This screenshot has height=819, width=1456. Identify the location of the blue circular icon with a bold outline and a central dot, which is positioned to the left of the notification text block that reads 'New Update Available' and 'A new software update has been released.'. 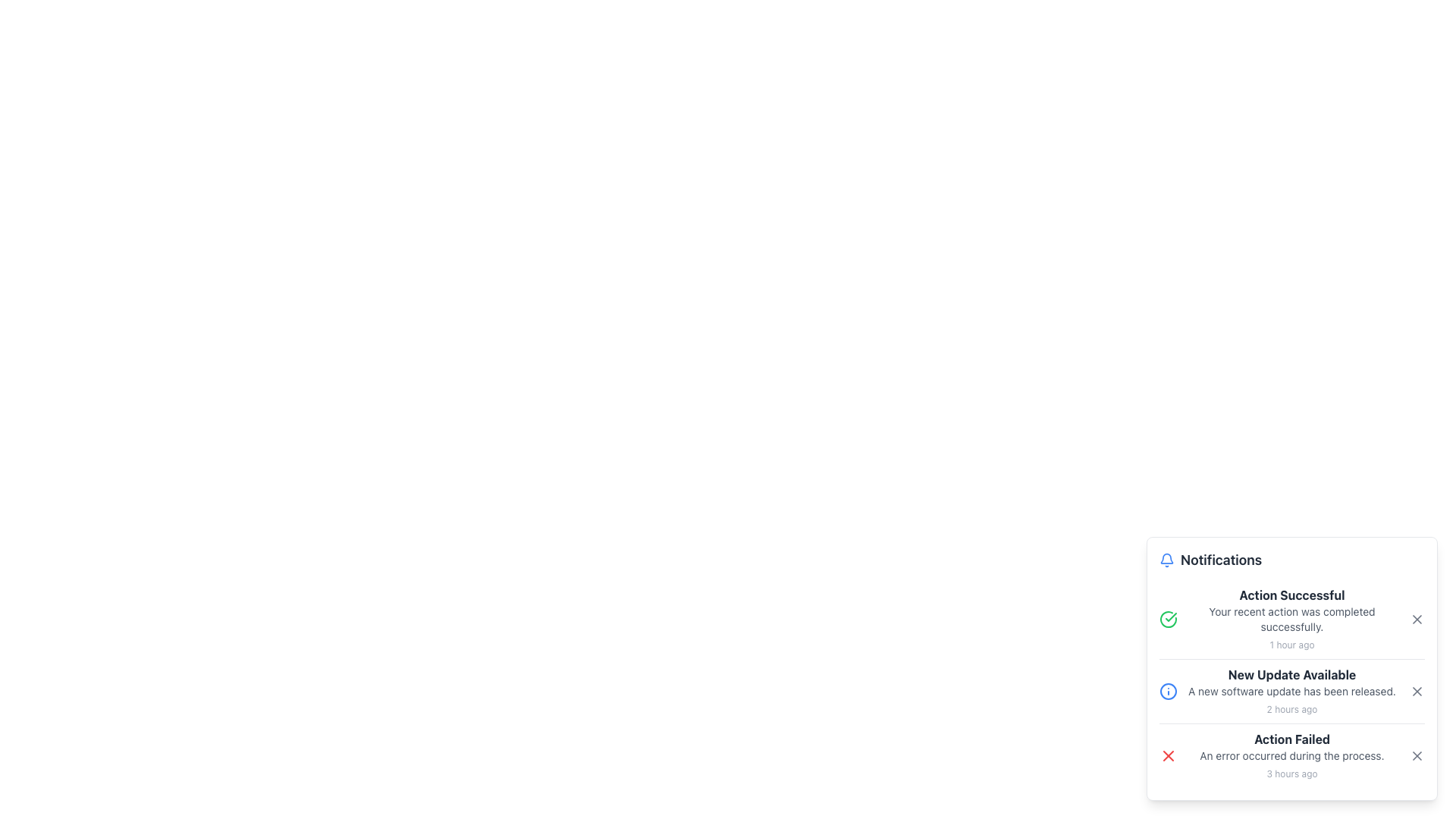
(1167, 691).